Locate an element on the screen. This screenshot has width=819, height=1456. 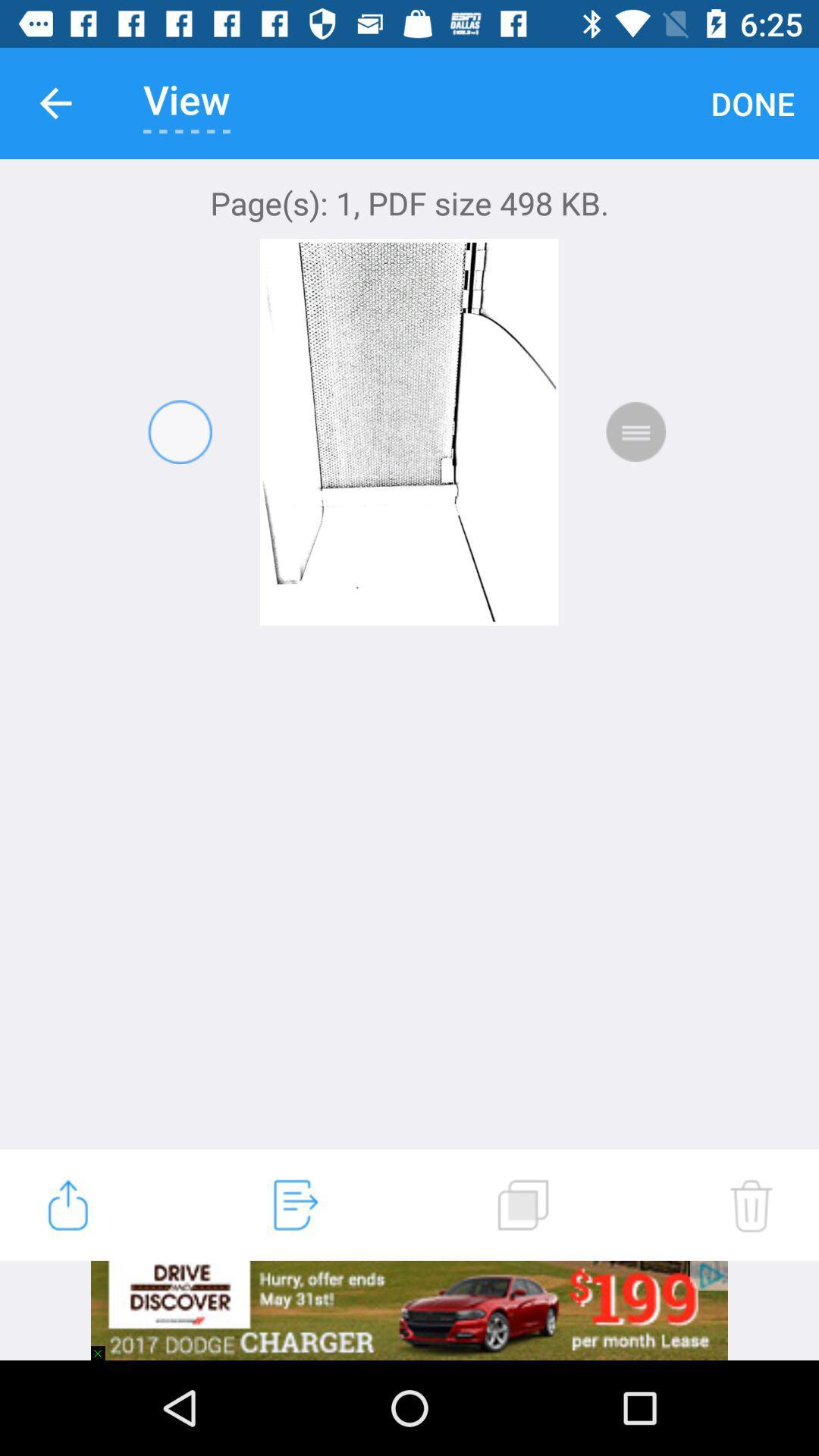
item next to the view item is located at coordinates (55, 102).